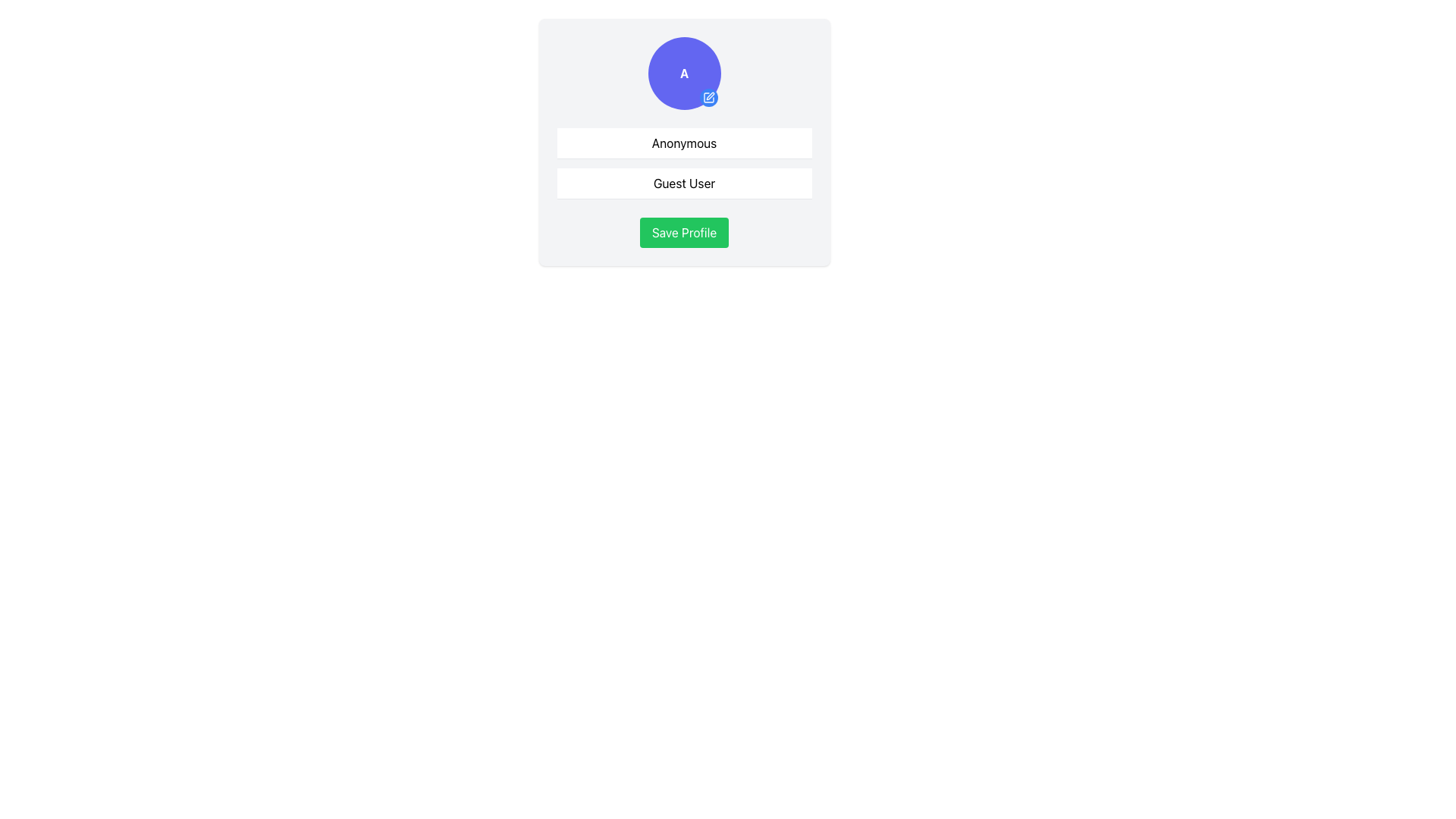 The image size is (1456, 819). Describe the element at coordinates (683, 73) in the screenshot. I see `the Avatar display or profile picture placeholder` at that location.